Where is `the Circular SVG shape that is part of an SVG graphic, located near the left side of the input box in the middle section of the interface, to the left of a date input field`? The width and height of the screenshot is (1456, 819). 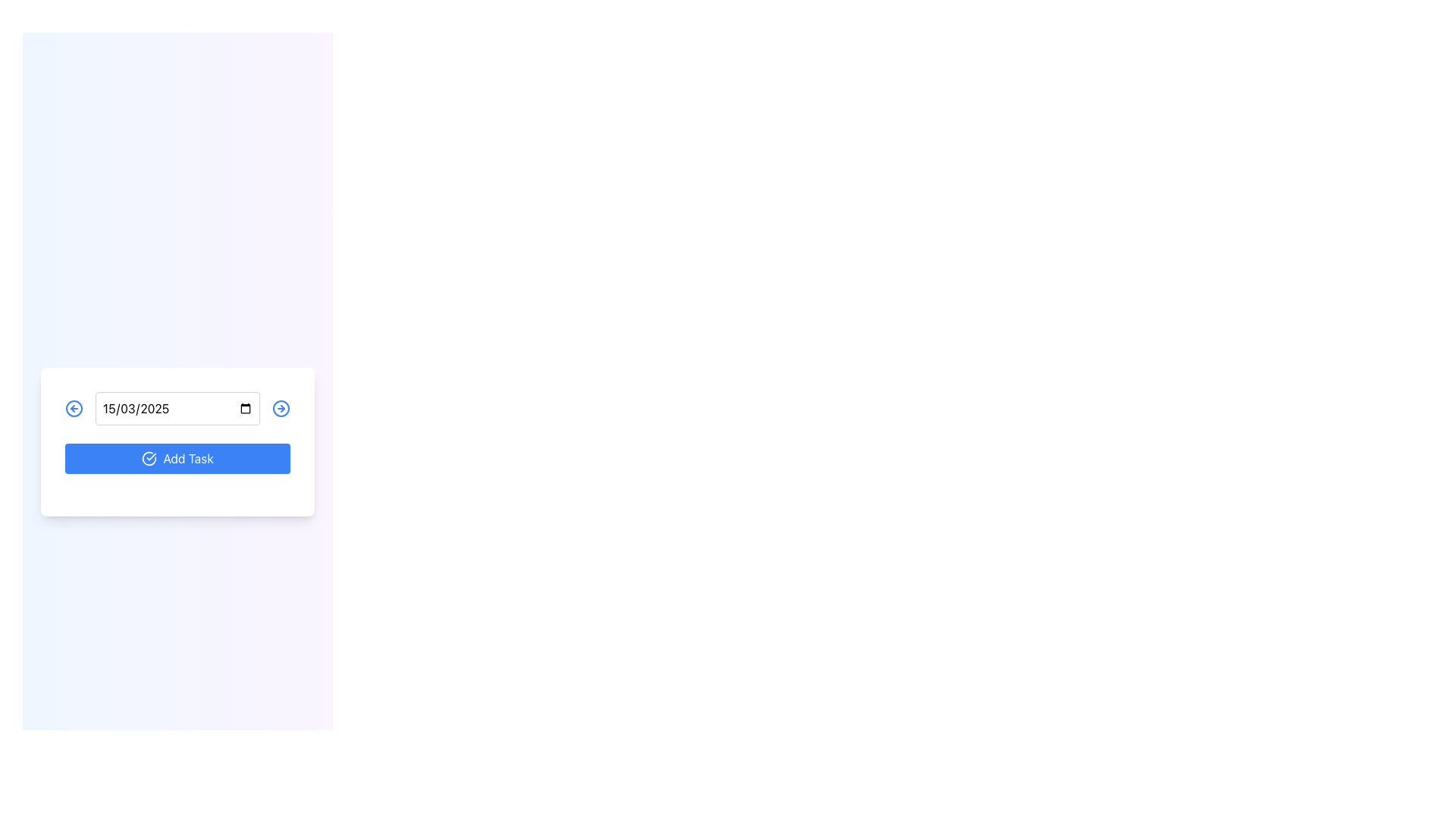 the Circular SVG shape that is part of an SVG graphic, located near the left side of the input box in the middle section of the interface, to the left of a date input field is located at coordinates (73, 408).